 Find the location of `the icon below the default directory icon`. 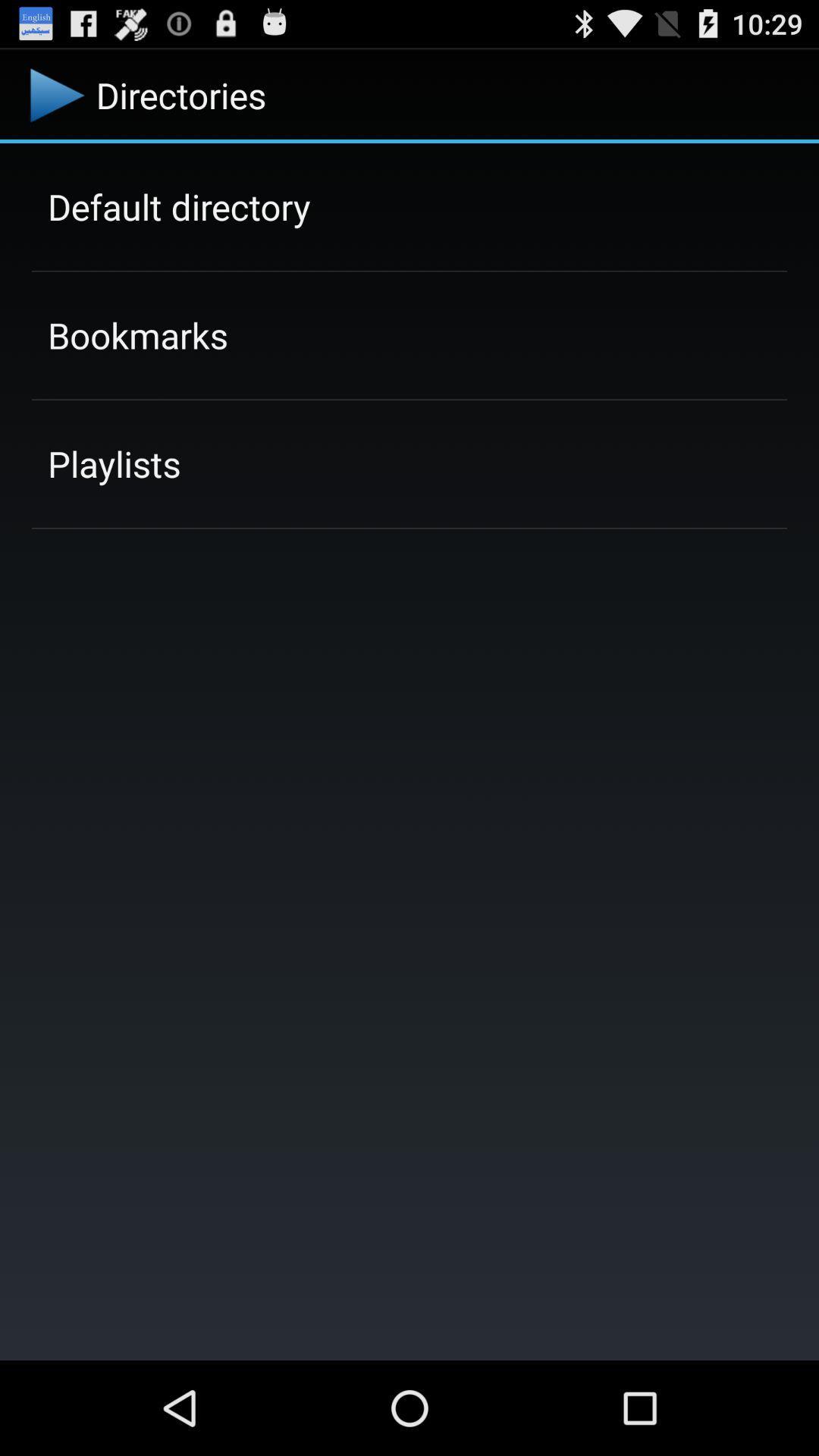

the icon below the default directory icon is located at coordinates (137, 334).